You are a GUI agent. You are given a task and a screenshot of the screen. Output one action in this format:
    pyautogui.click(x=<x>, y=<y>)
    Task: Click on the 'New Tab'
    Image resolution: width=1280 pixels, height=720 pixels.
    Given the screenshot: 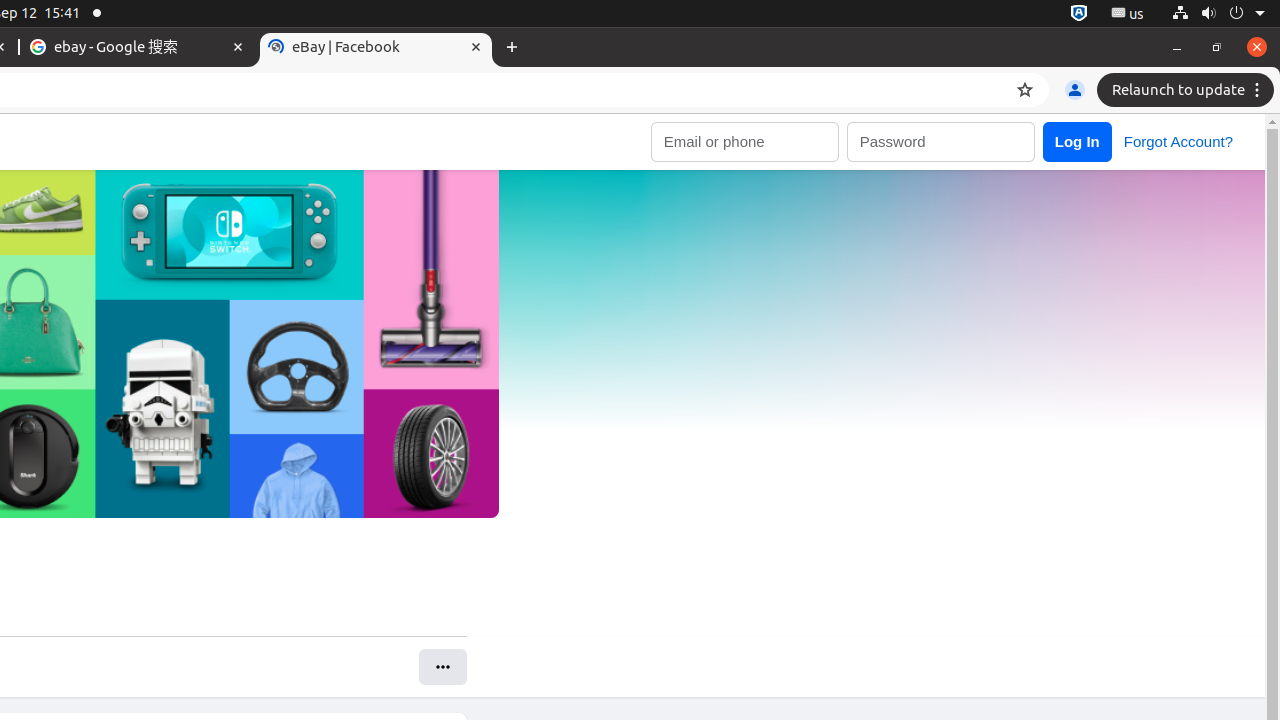 What is the action you would take?
    pyautogui.click(x=512, y=46)
    